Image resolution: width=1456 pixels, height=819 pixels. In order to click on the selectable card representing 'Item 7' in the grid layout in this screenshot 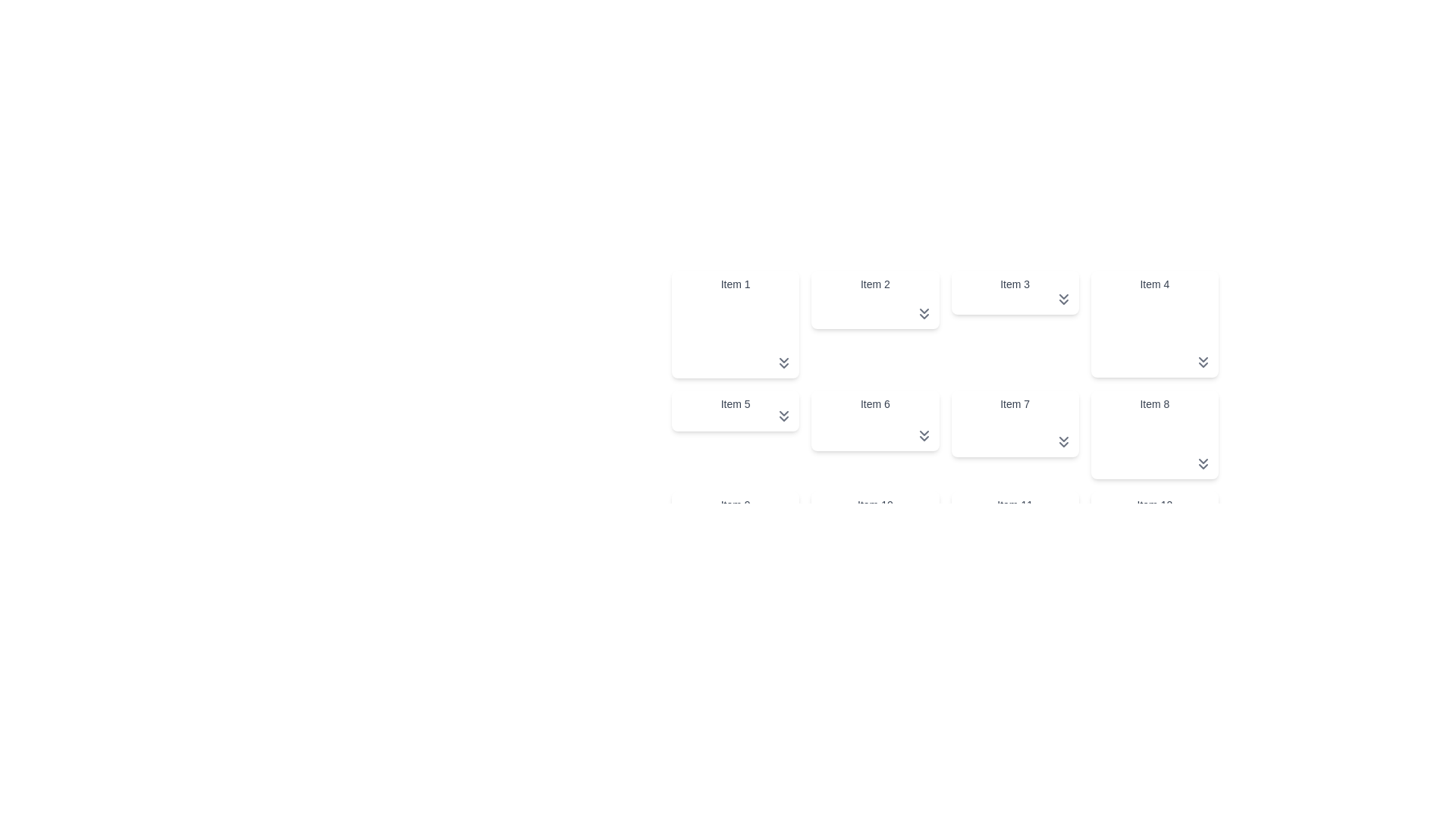, I will do `click(944, 428)`.